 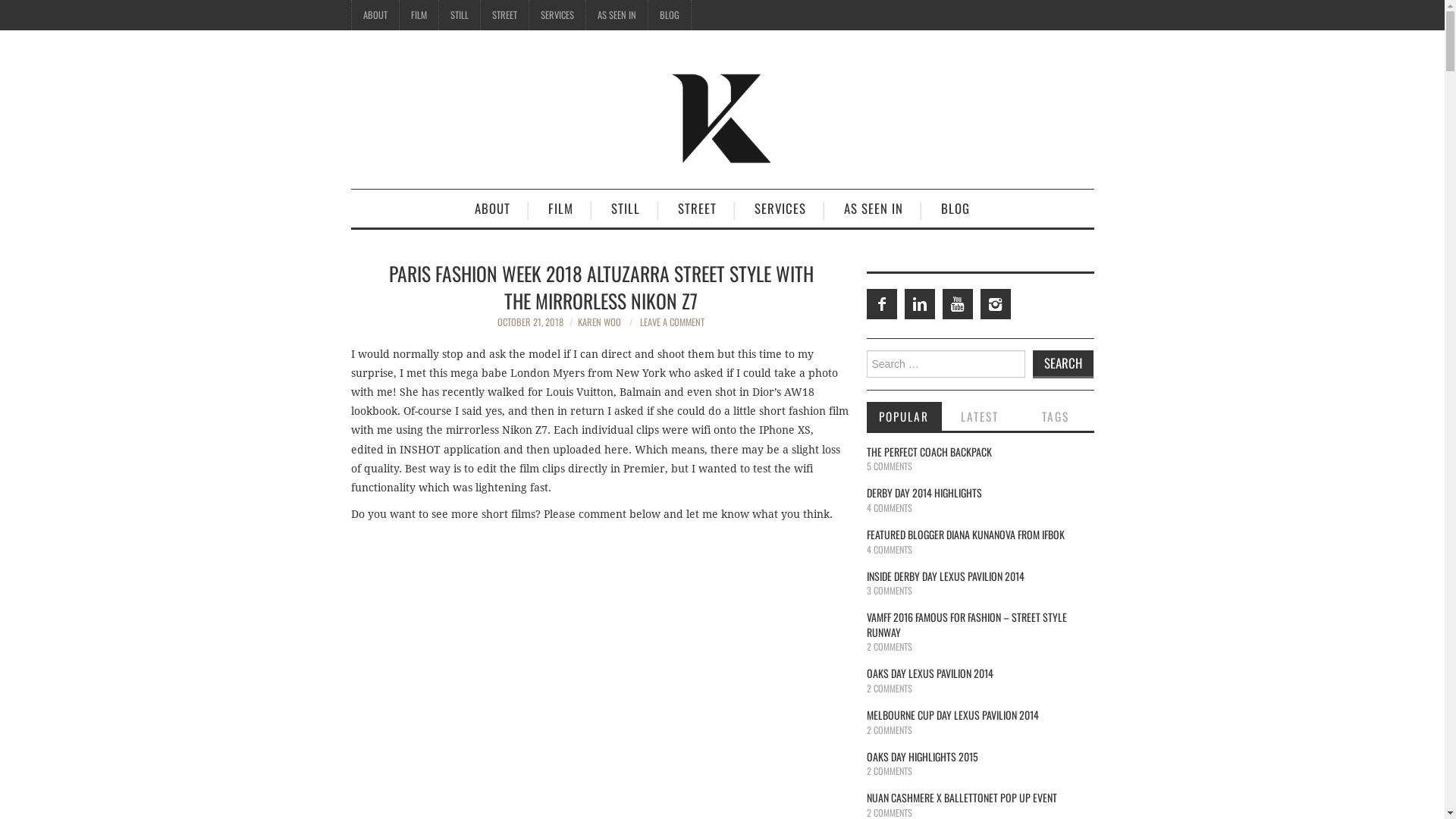 What do you see at coordinates (492, 208) in the screenshot?
I see `'ABOUT'` at bounding box center [492, 208].